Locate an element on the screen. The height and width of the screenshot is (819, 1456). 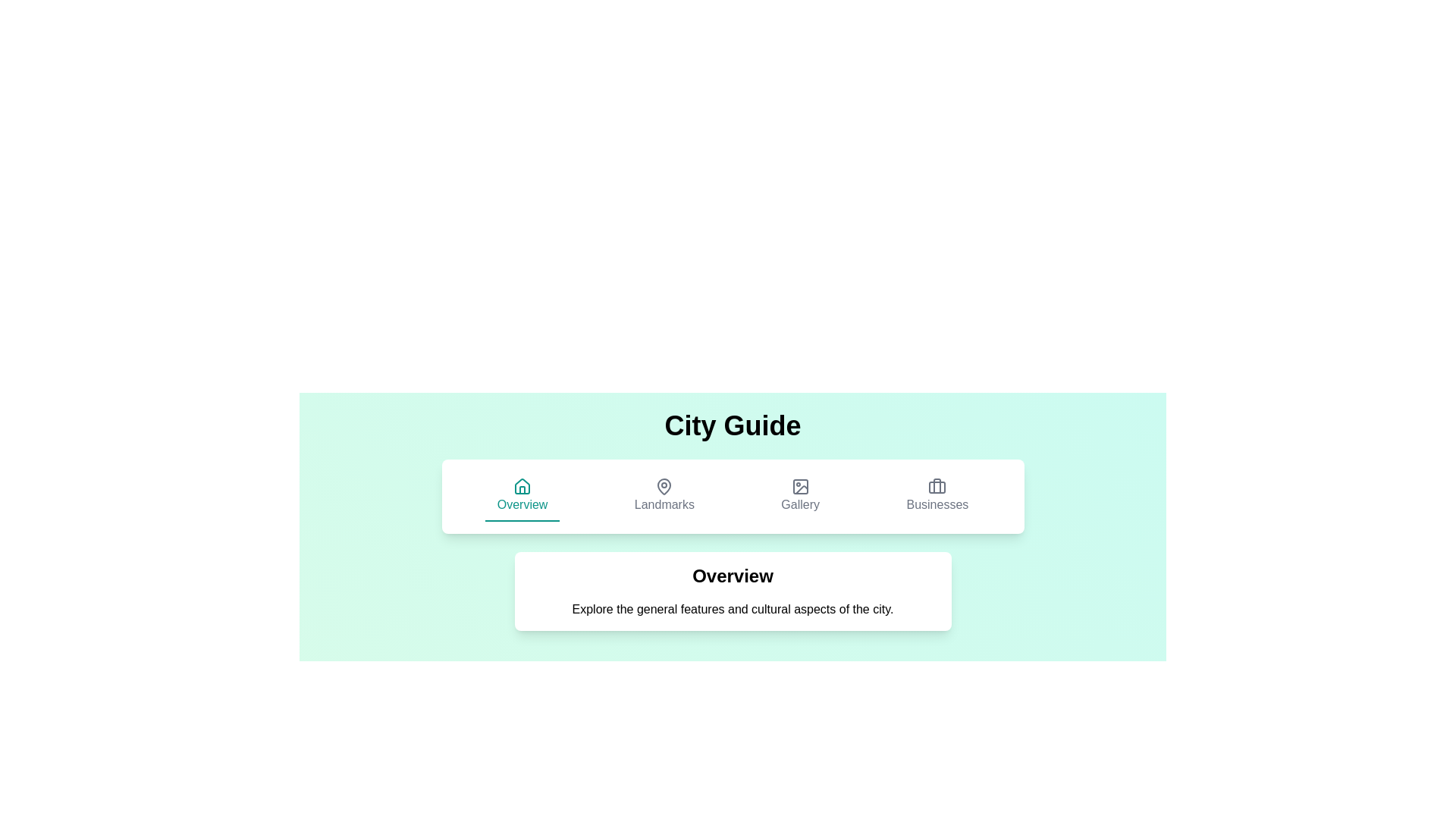
the vertical line segment feature of the briefcase icon, which is the fourth icon in the row of navigation buttons under the 'City Guide' heading is located at coordinates (937, 485).